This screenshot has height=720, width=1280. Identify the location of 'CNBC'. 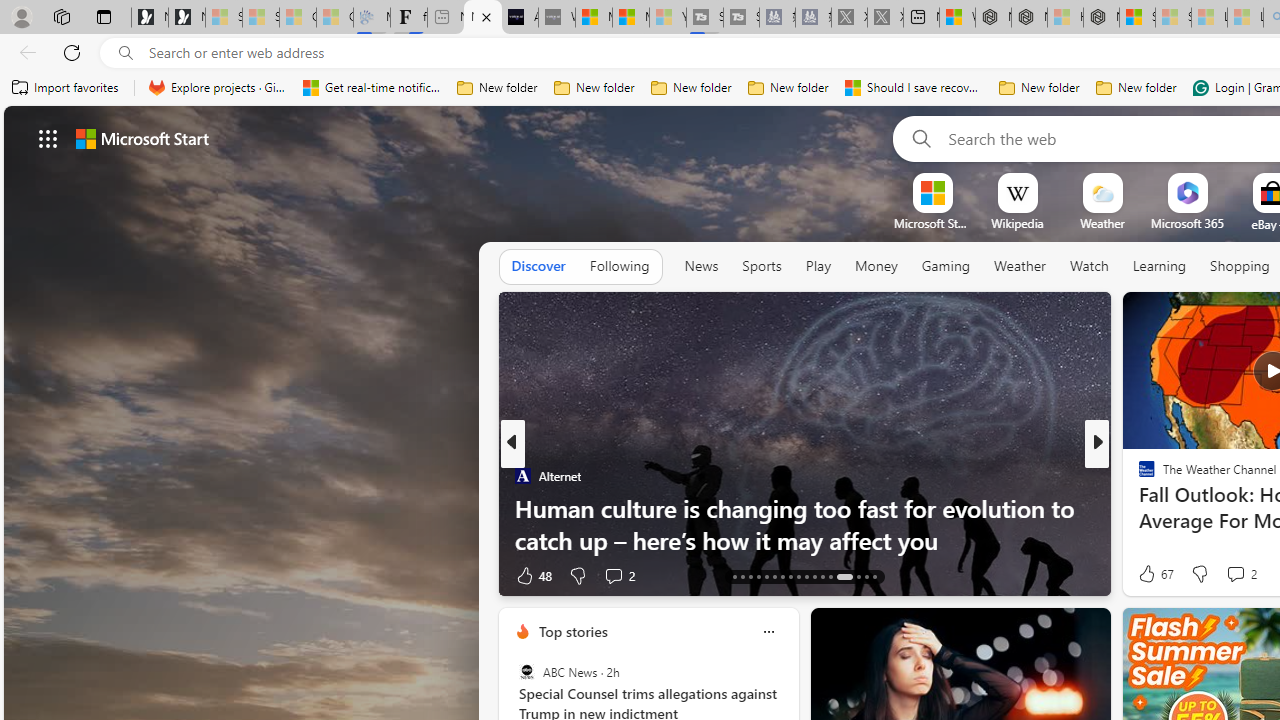
(1138, 475).